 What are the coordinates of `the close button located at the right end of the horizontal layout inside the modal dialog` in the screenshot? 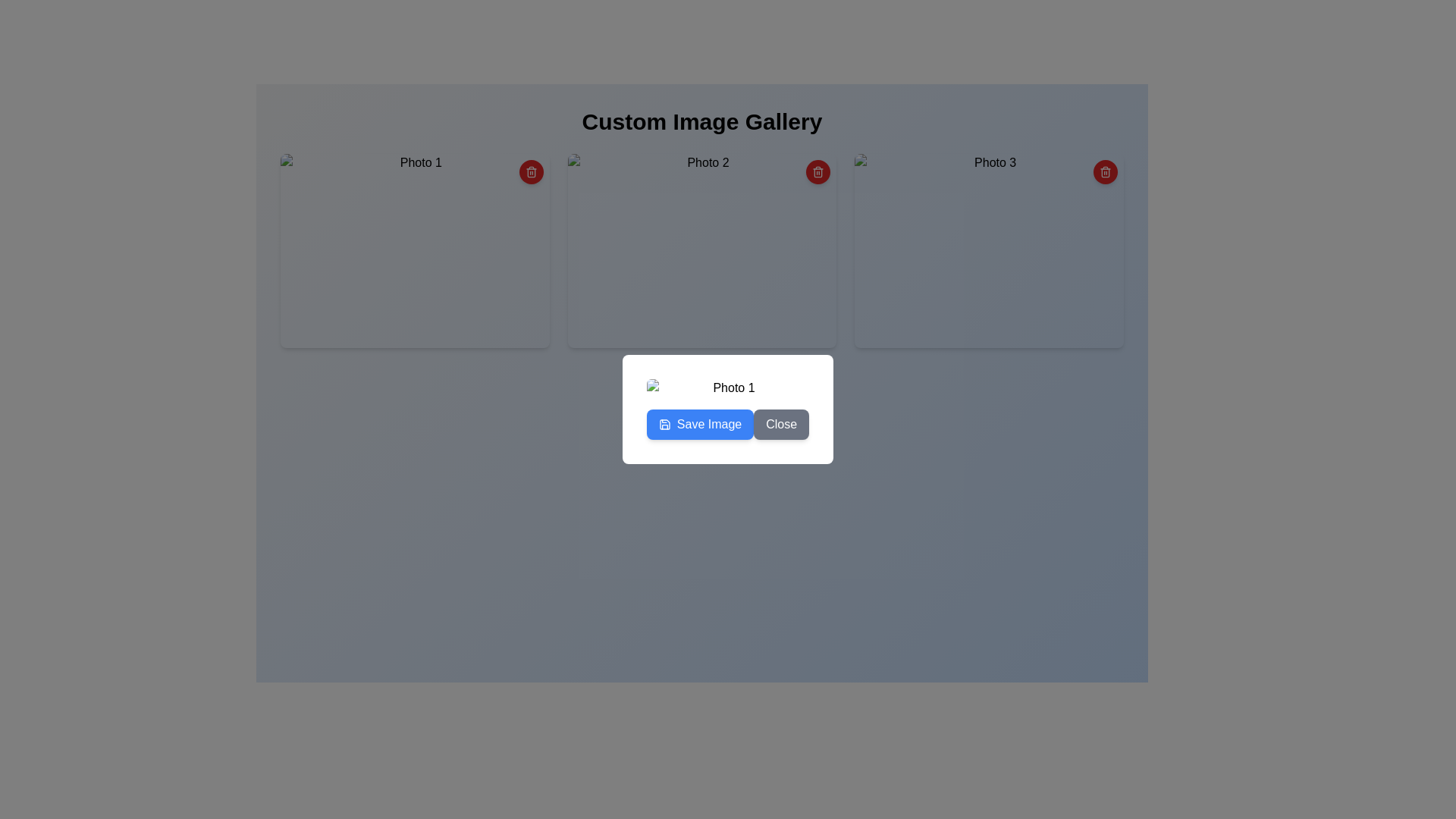 It's located at (781, 424).